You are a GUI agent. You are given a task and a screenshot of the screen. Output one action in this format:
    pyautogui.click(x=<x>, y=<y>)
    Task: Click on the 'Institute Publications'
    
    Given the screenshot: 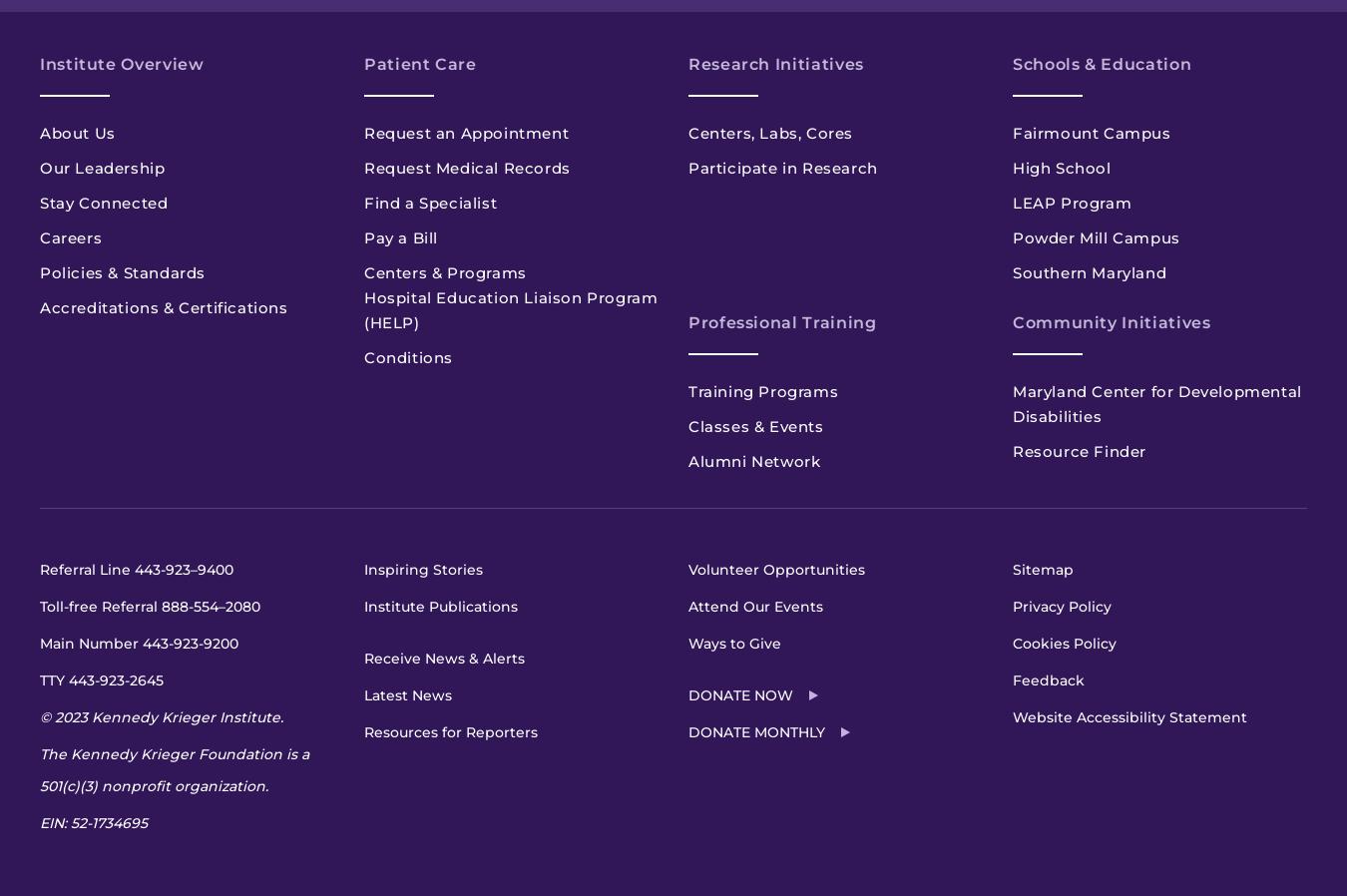 What is the action you would take?
    pyautogui.click(x=364, y=606)
    